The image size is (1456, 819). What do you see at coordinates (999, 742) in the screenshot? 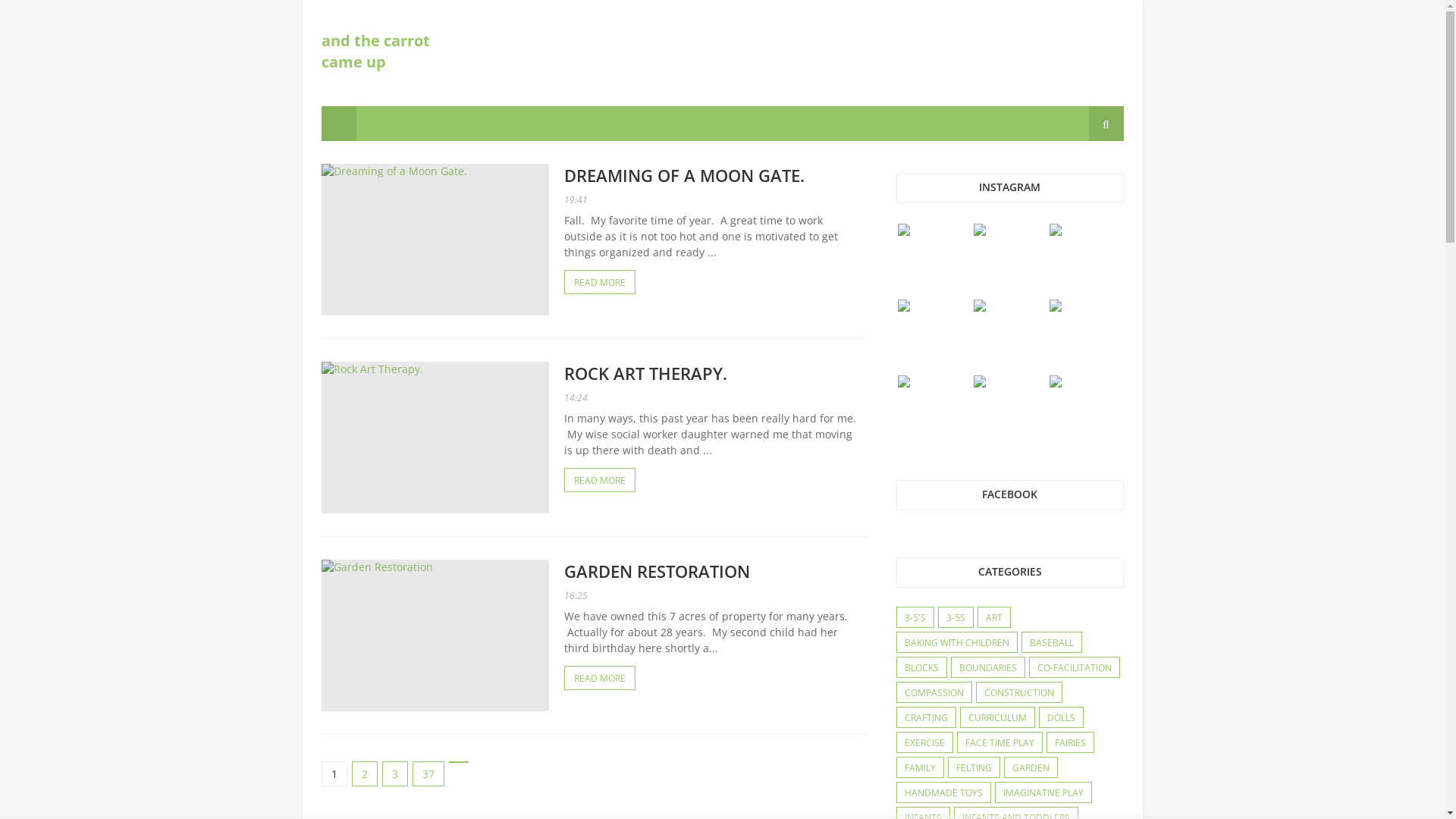
I see `'FACE TIME PLAY'` at bounding box center [999, 742].